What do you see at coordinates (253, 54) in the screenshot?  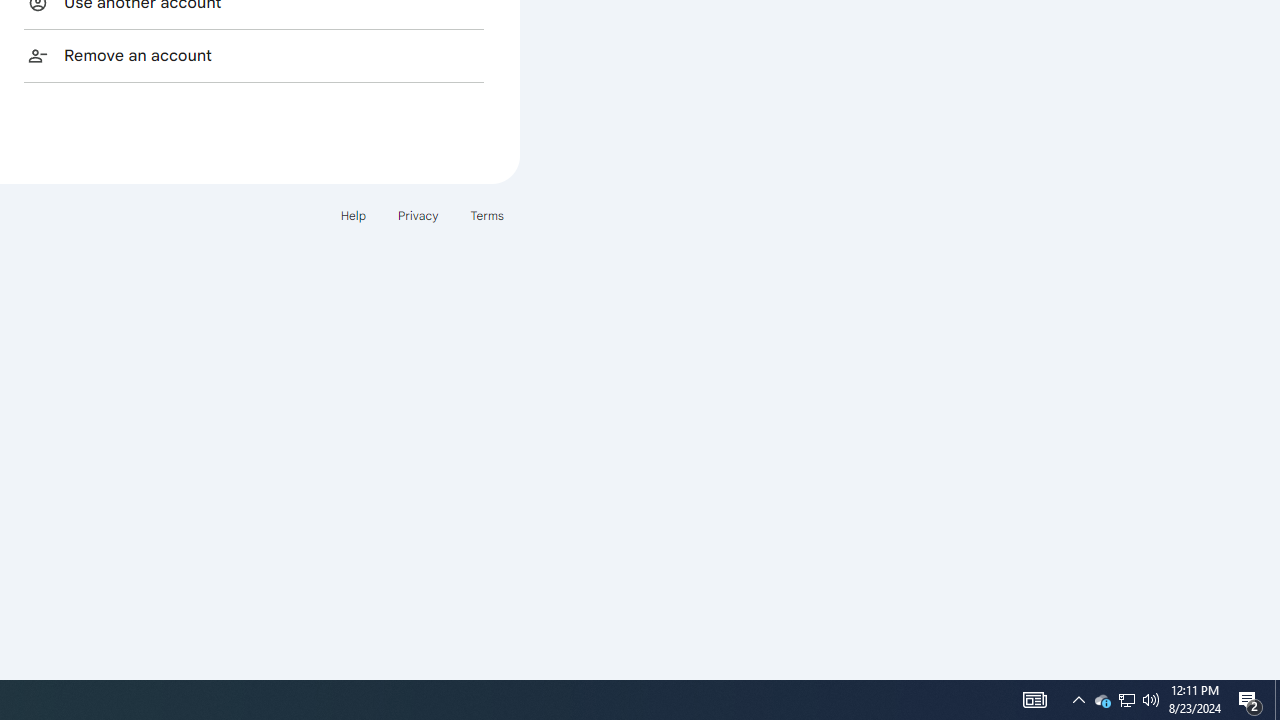 I see `'Remove an account'` at bounding box center [253, 54].